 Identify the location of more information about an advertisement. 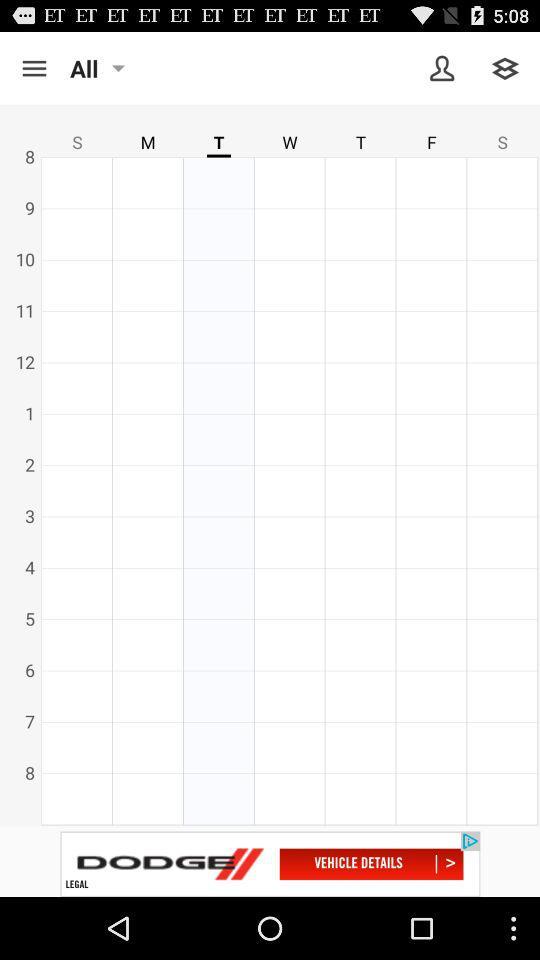
(270, 863).